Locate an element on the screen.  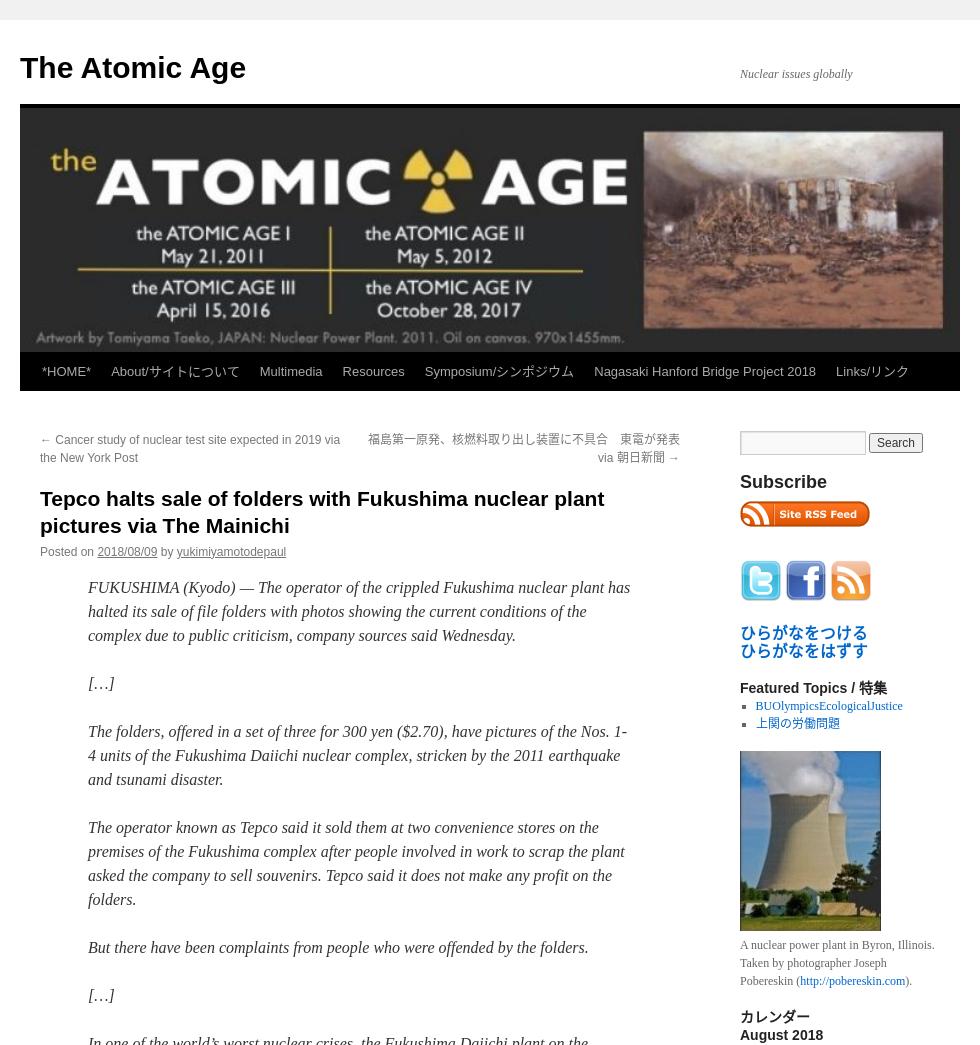
'BUOlympicsEcologicalJustice' is located at coordinates (754, 705).